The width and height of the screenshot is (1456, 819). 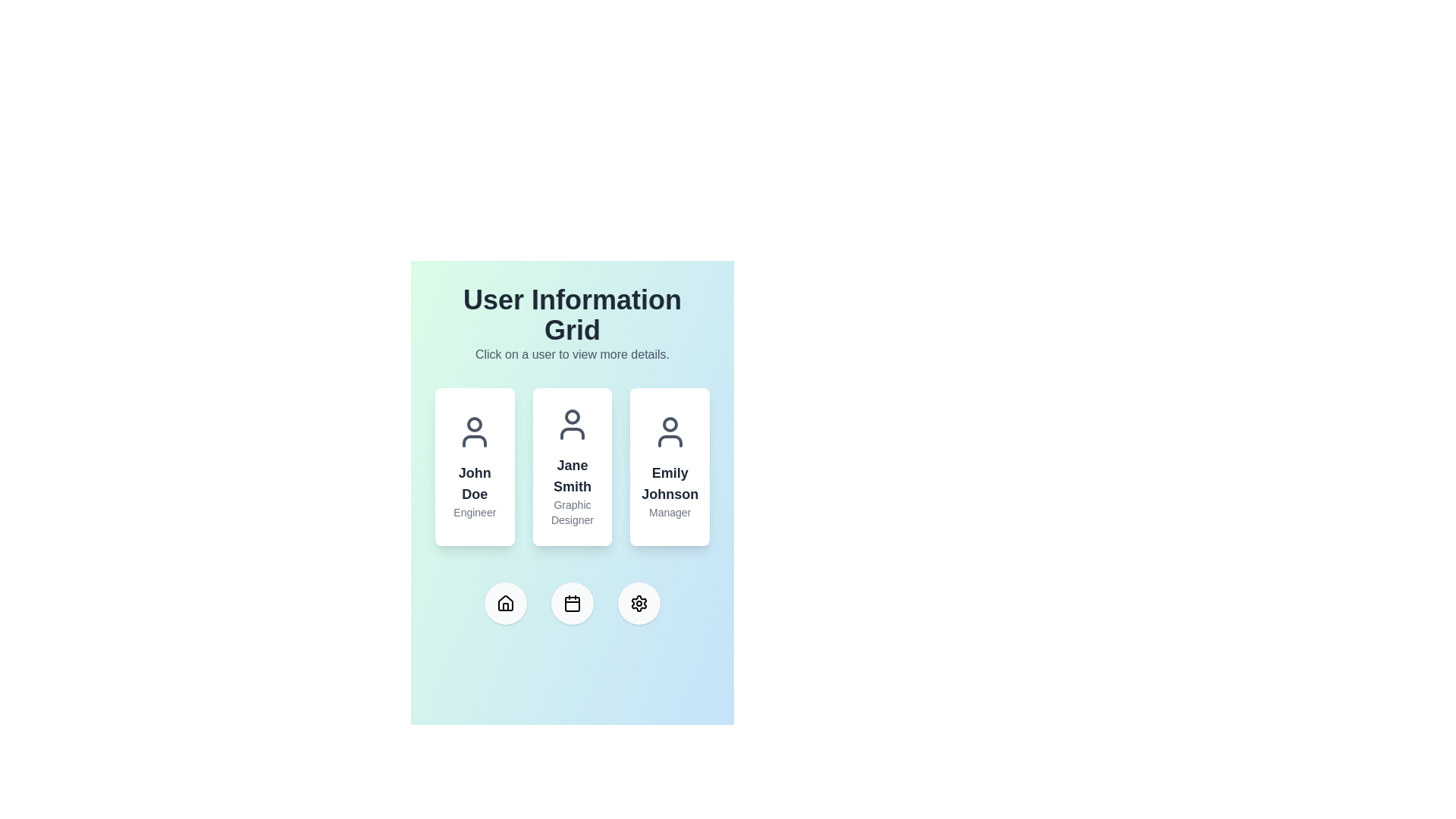 What do you see at coordinates (474, 424) in the screenshot?
I see `attributes of the circular SVG element located at the center of the first user card in the grid layout` at bounding box center [474, 424].